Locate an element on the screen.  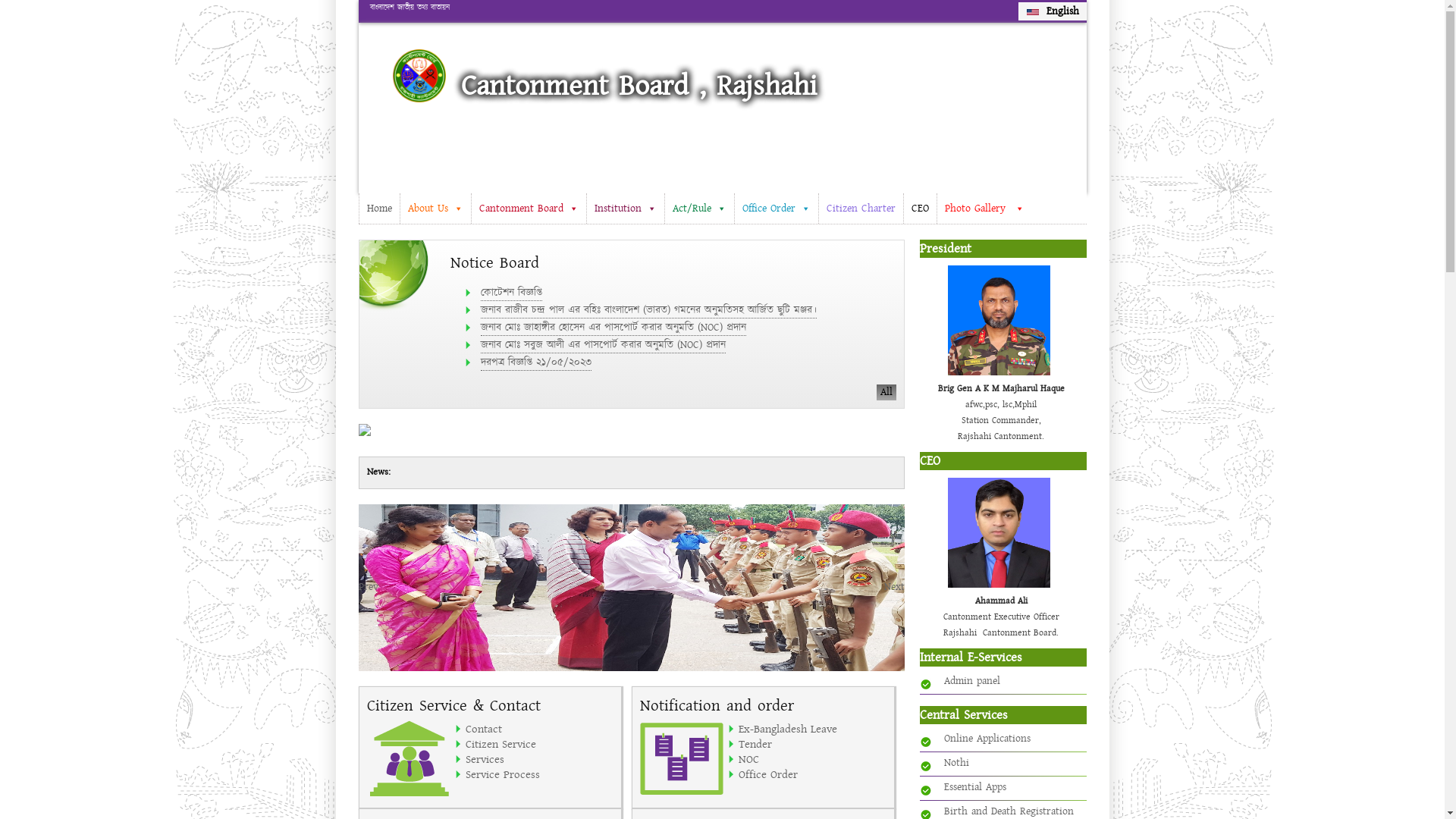
'Institution' is located at coordinates (585, 208).